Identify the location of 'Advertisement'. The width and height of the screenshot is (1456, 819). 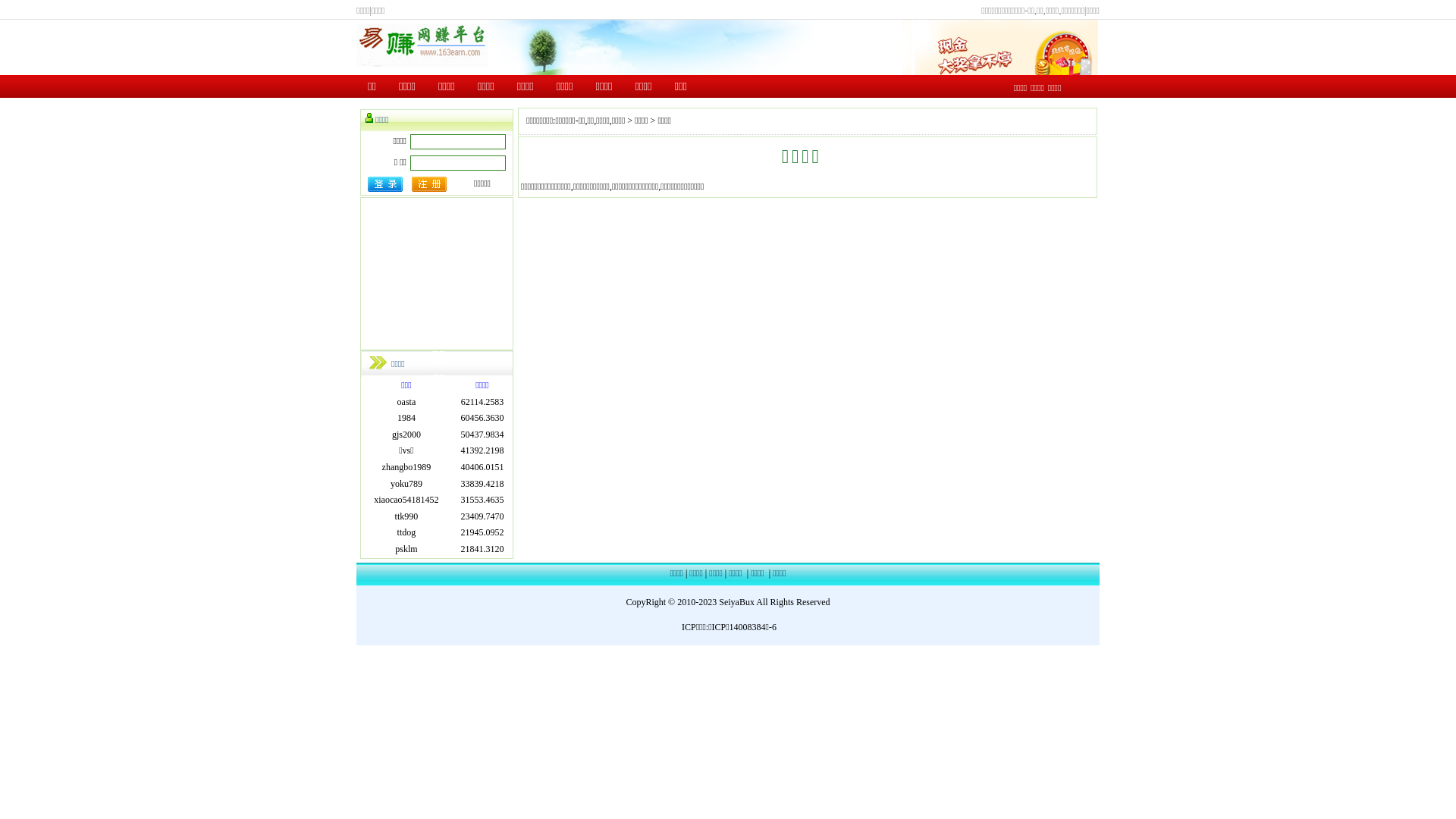
(359, 274).